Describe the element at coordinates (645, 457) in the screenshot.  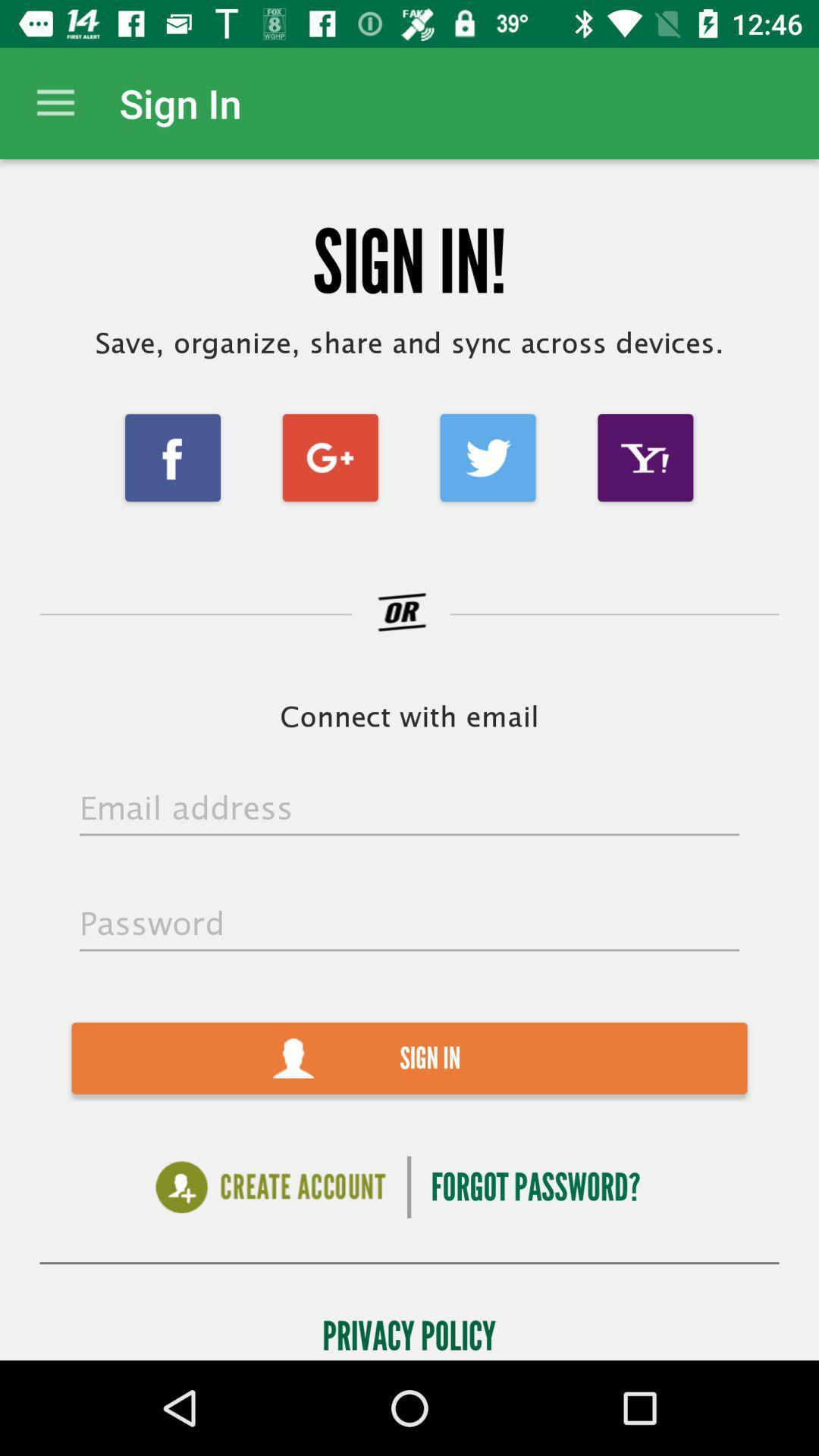
I see `sign in with yahoo` at that location.